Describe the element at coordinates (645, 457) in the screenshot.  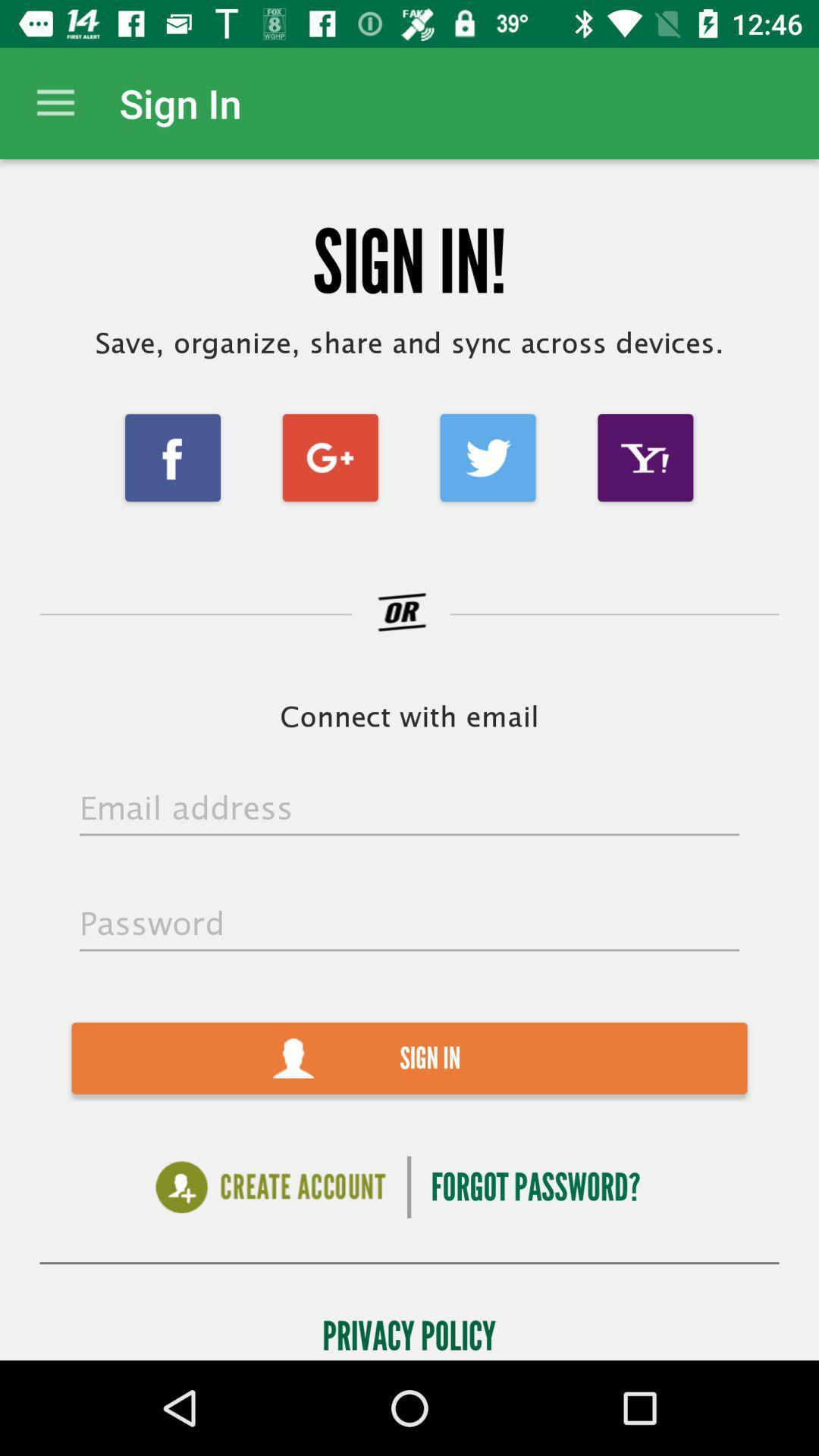
I see `sign in with yahoo` at that location.